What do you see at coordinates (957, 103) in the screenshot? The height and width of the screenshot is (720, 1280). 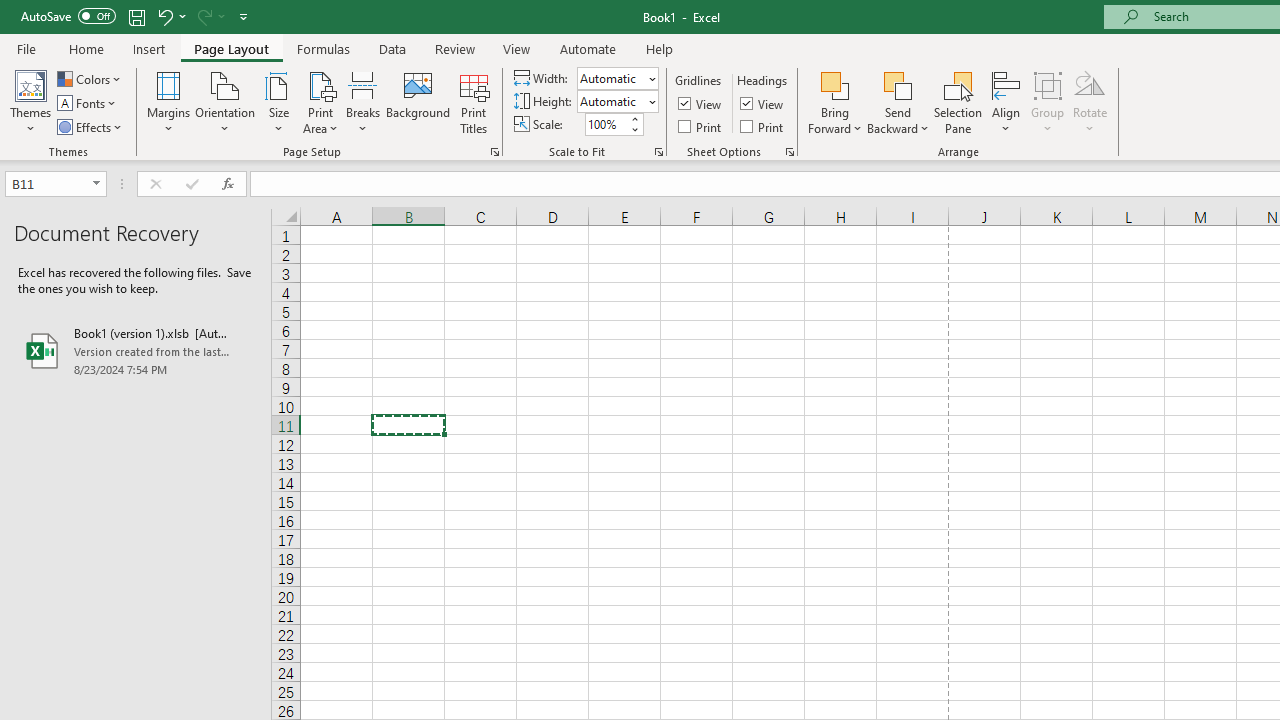 I see `'Selection Pane...'` at bounding box center [957, 103].